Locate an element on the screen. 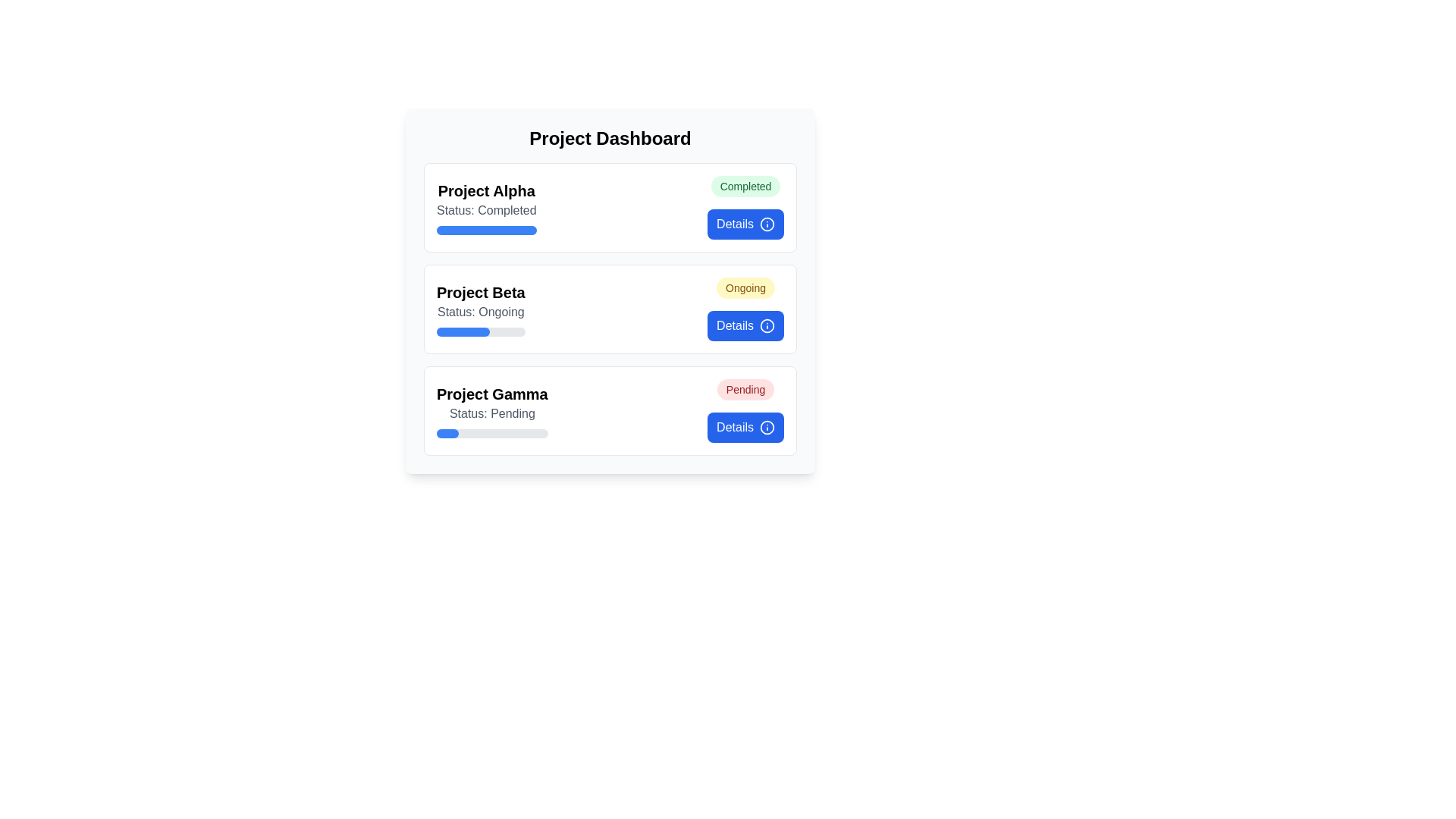 This screenshot has height=819, width=1456. the 'Pending' status indicator for 'Project Gamma' located on the project dashboard, positioned above the 'Details' button and to the left of the information icon is located at coordinates (745, 388).